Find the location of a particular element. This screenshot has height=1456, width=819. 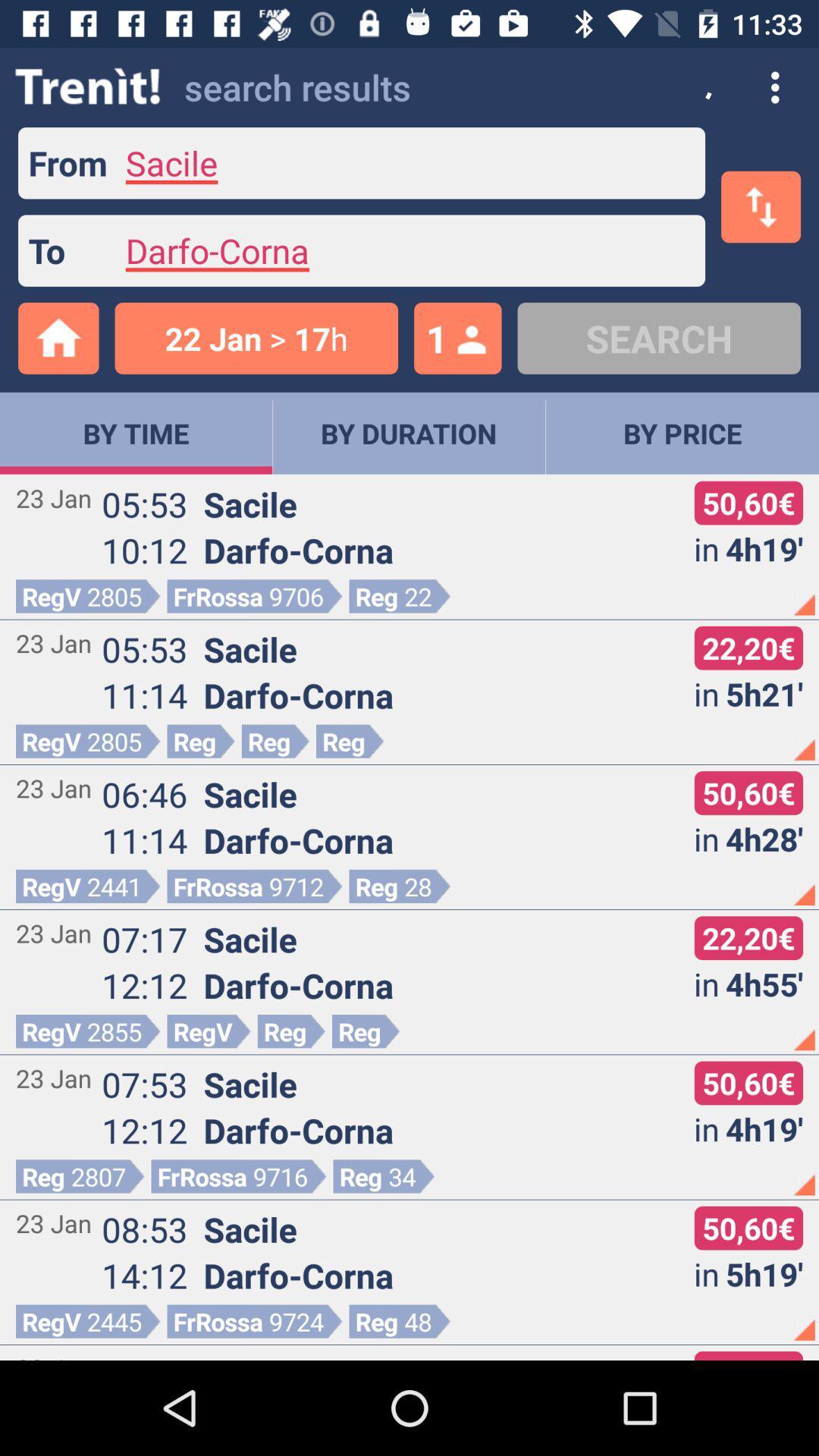

the swap icon is located at coordinates (761, 206).